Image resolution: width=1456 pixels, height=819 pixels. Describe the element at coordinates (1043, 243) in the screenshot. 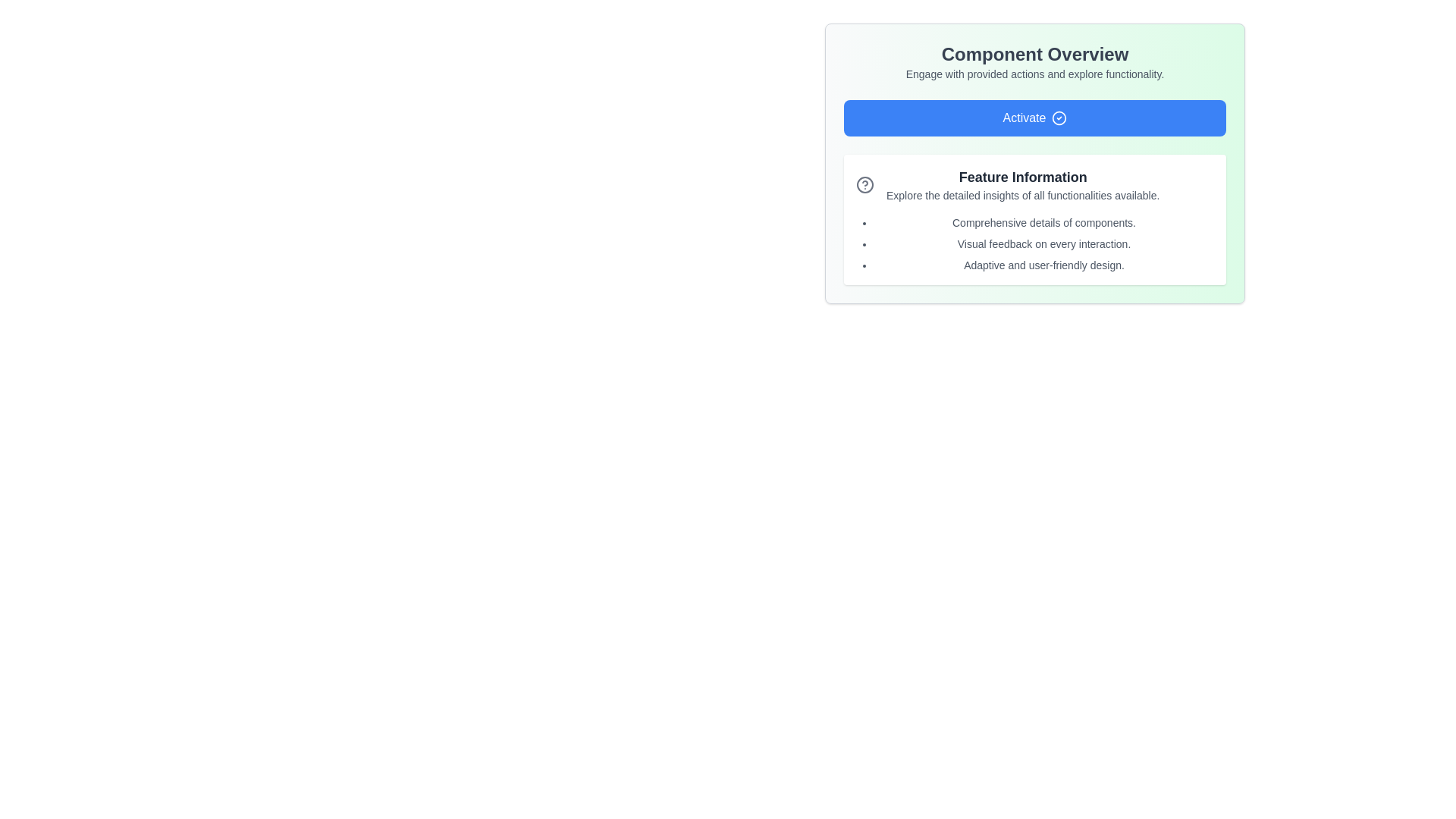

I see `descriptive text content of the second bullet point in the 'Feature Information' section under the 'Component Overview' panel` at that location.